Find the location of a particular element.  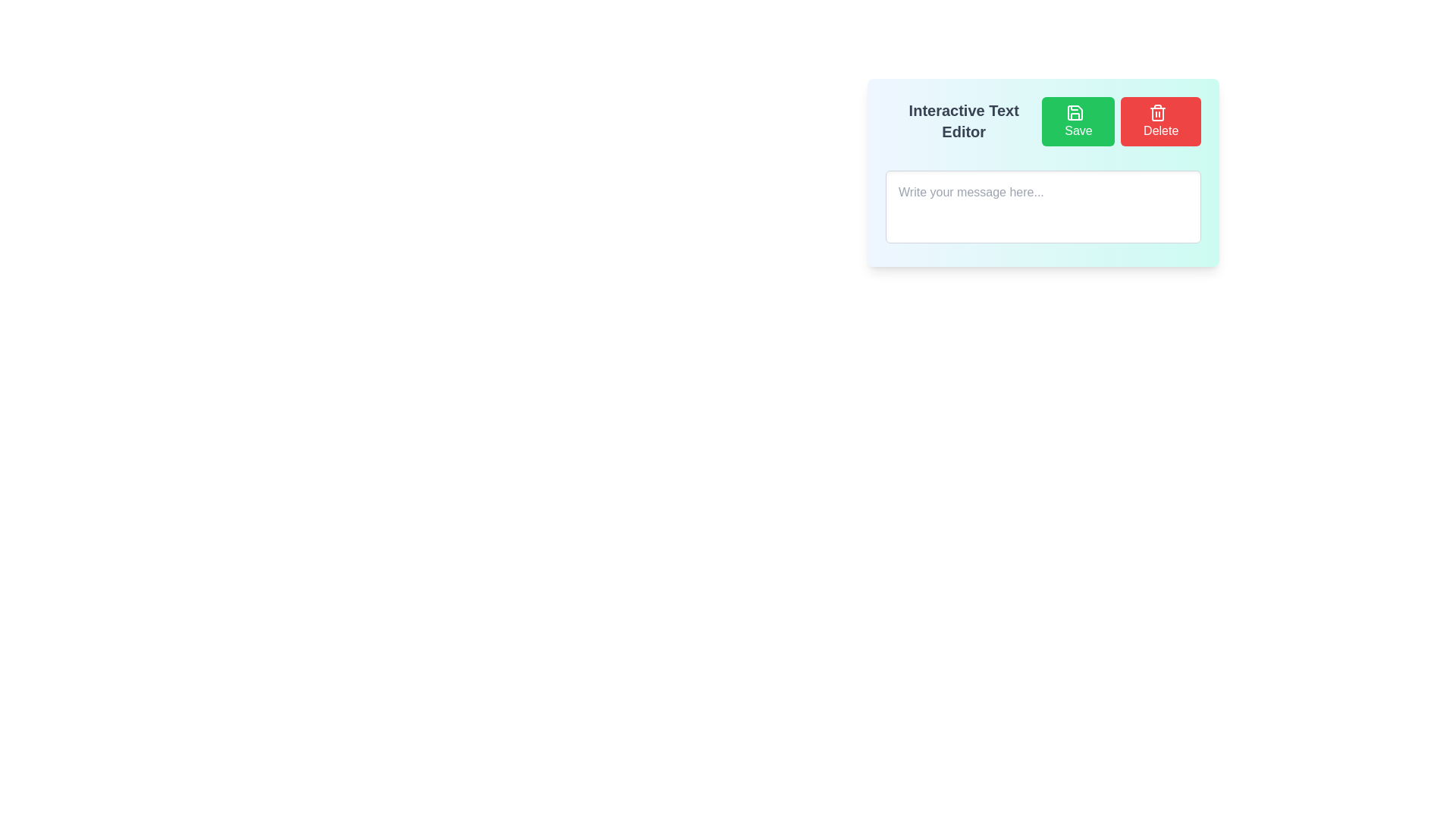

the vertical line of the trash bin icon, which is part of a wider interface near the 'Delete' button, as it is interactive is located at coordinates (1157, 113).